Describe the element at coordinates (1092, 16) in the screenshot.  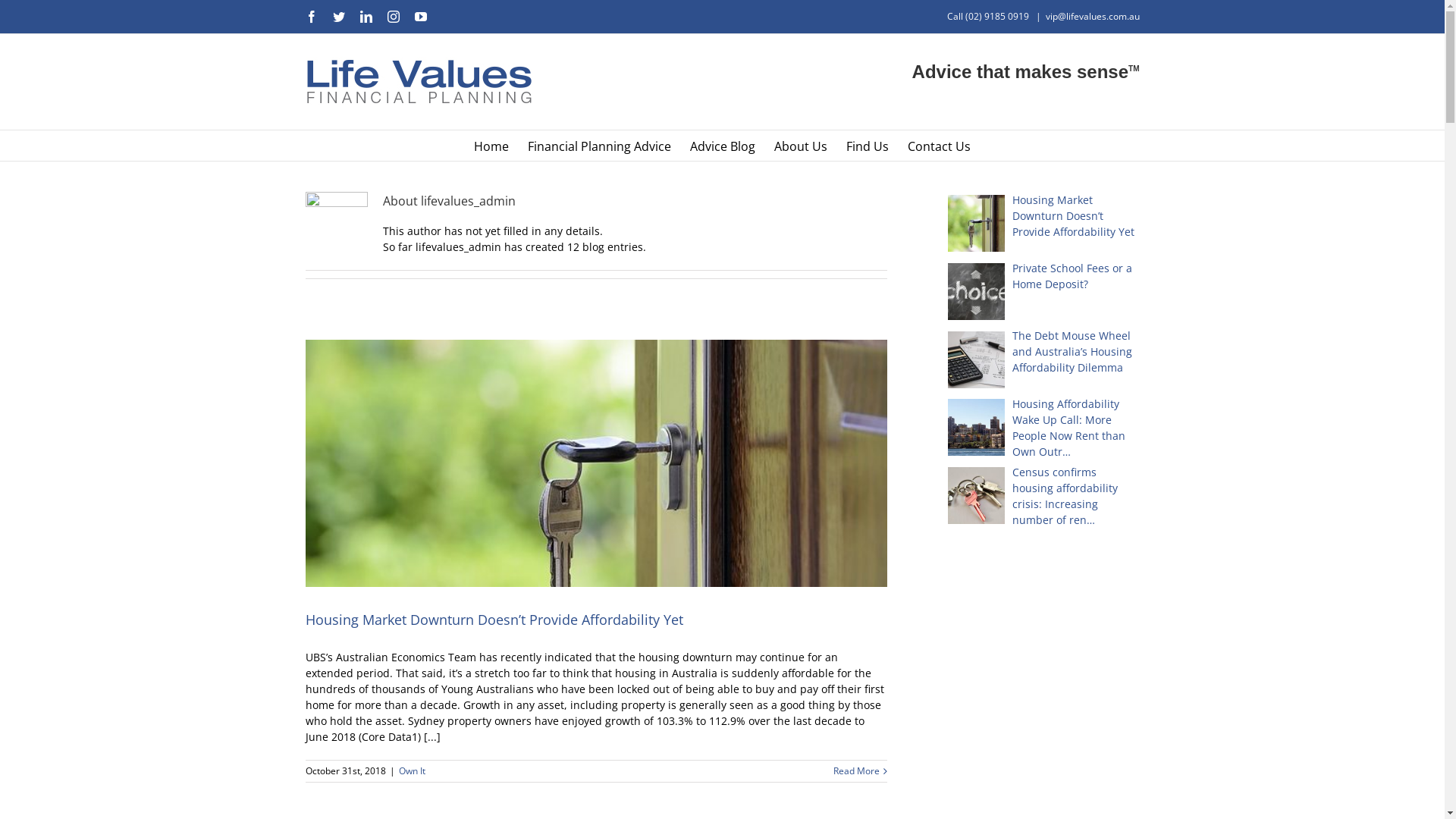
I see `'vip@lifevalues.com.au'` at that location.